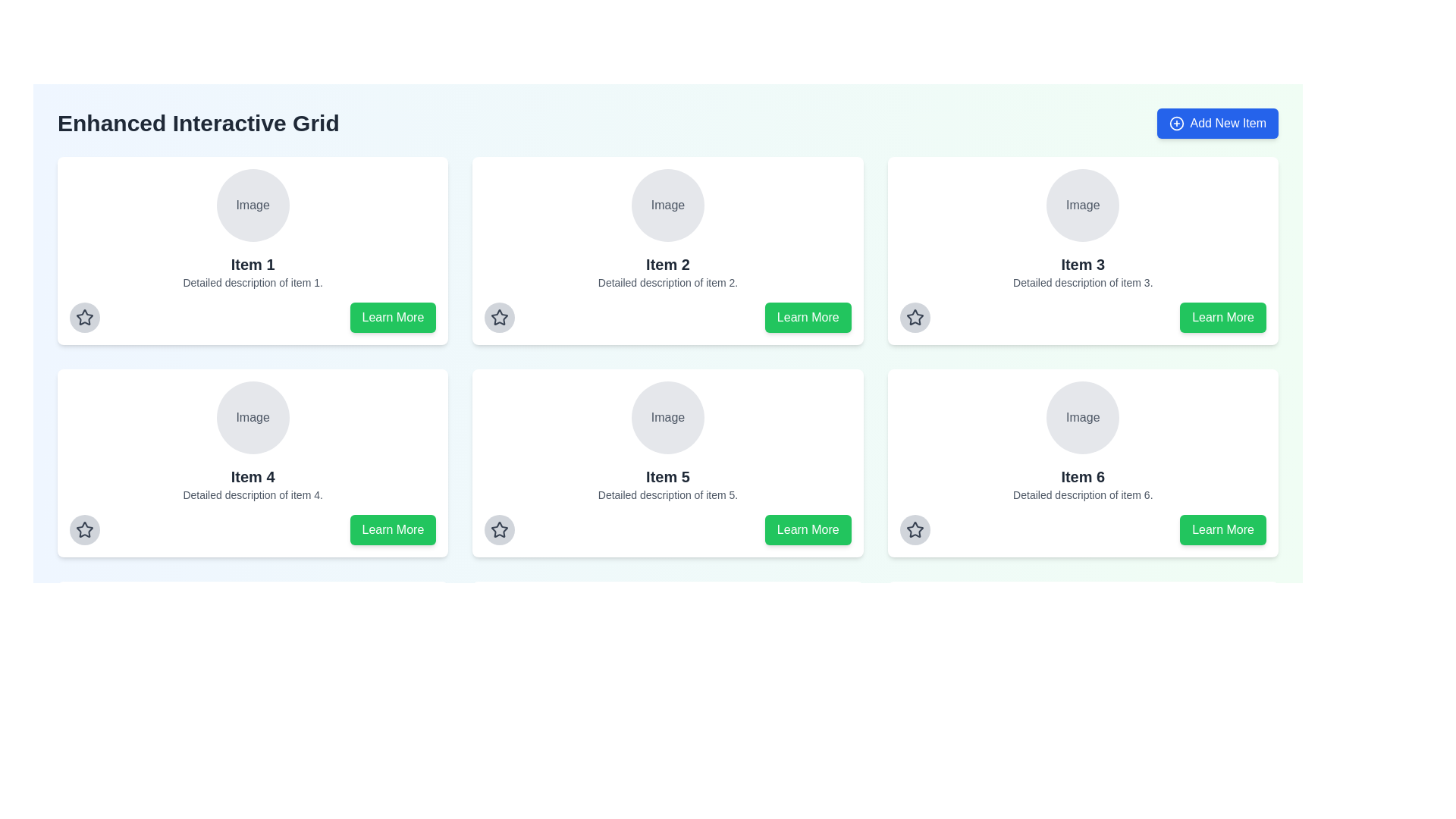  What do you see at coordinates (1082, 205) in the screenshot?
I see `the text label displaying 'Image' in gray color, which is centered within a circular gray background on the white card layout labeled 'Item 3' in the 'Enhanced Interactive Grid' section` at bounding box center [1082, 205].